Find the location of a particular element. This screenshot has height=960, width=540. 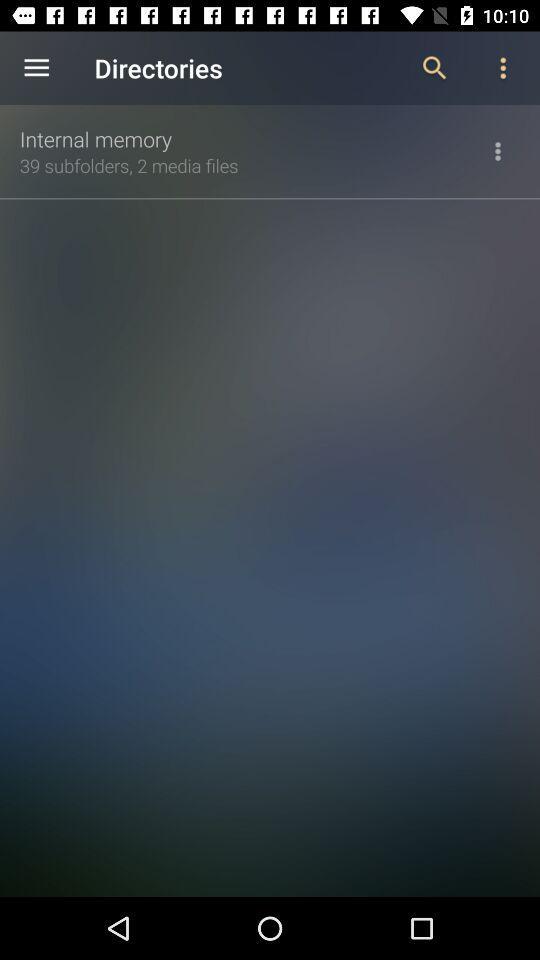

the app to the left of the directories app is located at coordinates (36, 68).